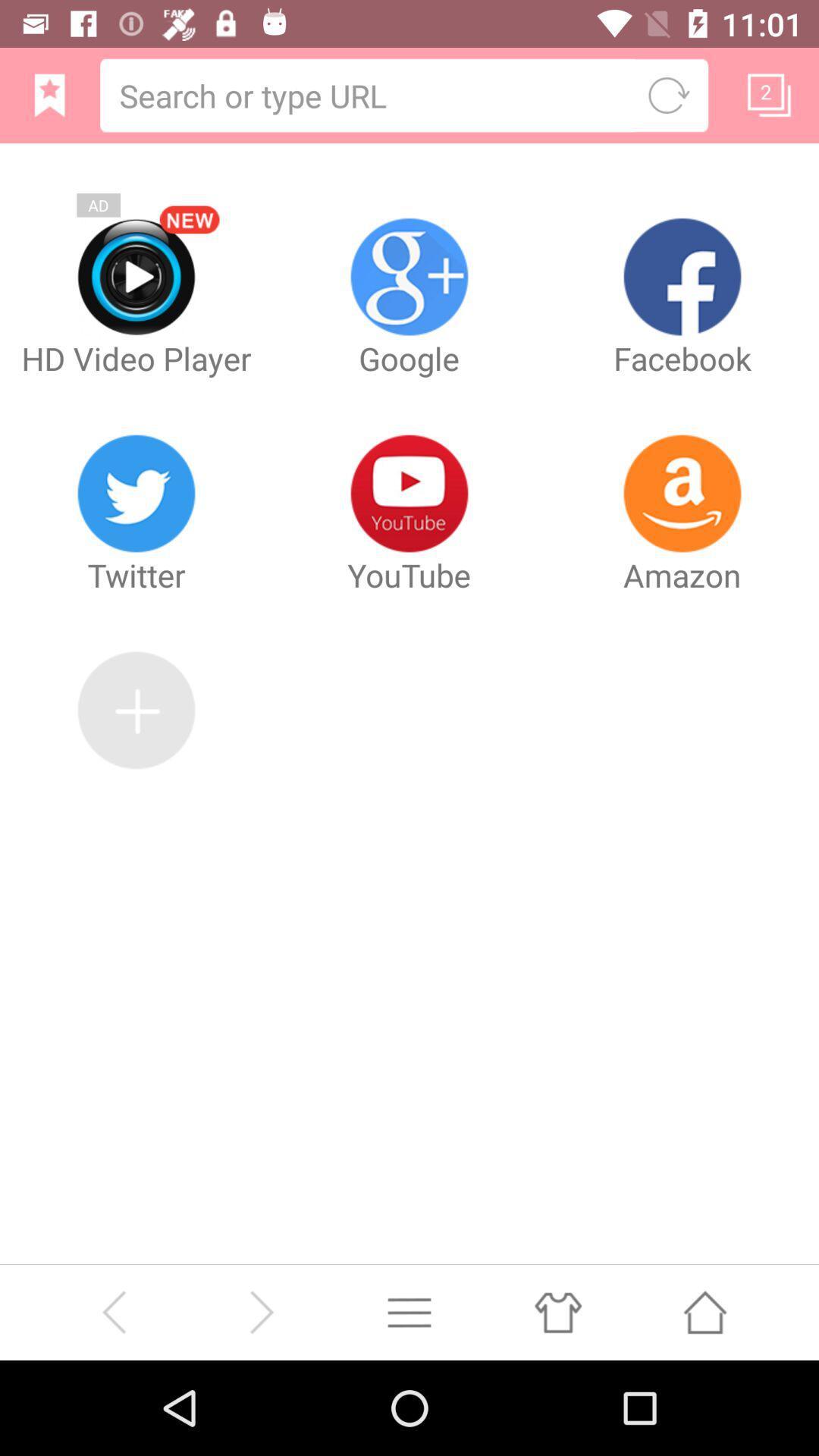 The image size is (819, 1456). I want to click on send to, so click(704, 1311).